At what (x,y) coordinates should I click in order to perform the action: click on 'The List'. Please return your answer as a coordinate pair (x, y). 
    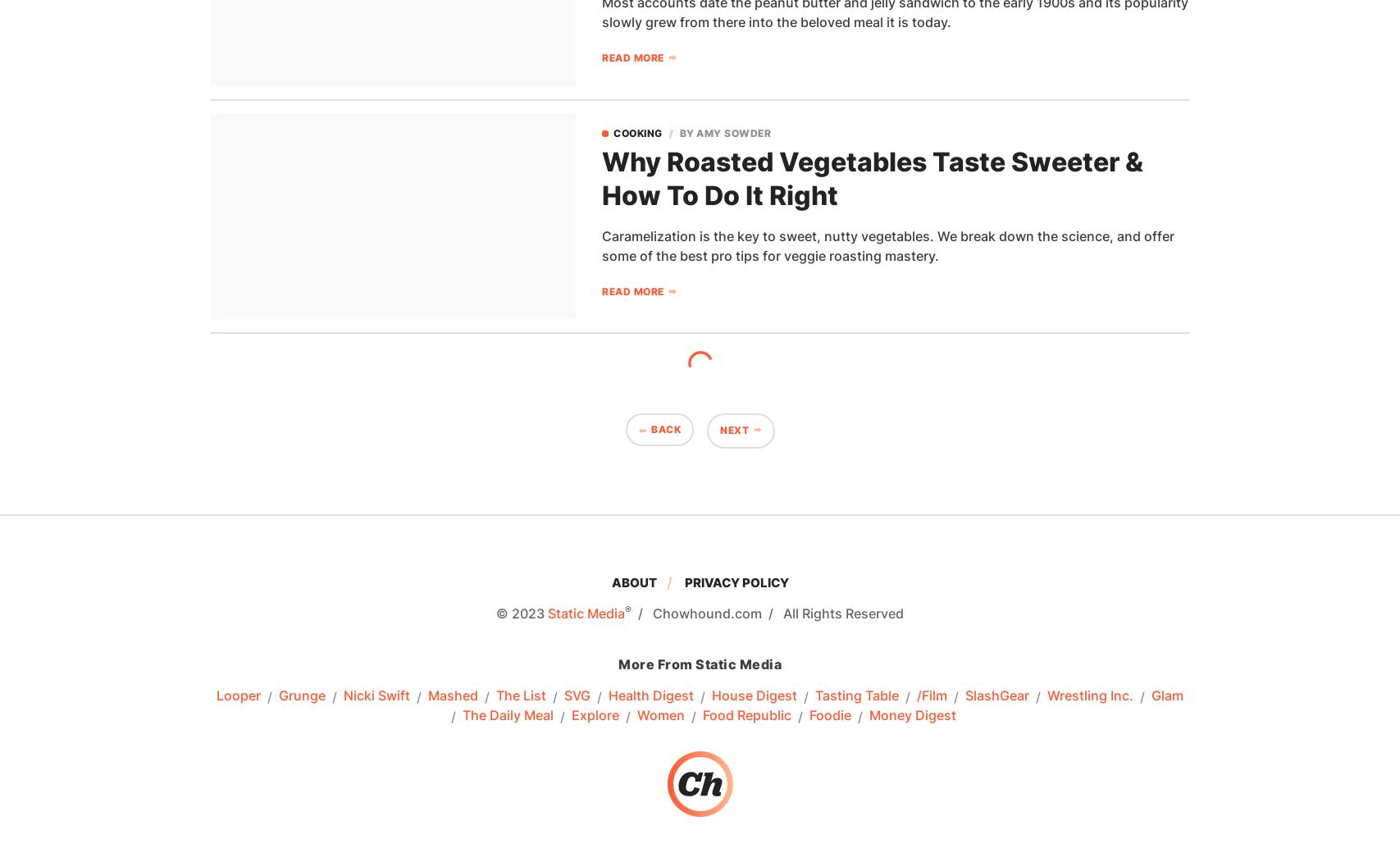
    Looking at the image, I should click on (521, 696).